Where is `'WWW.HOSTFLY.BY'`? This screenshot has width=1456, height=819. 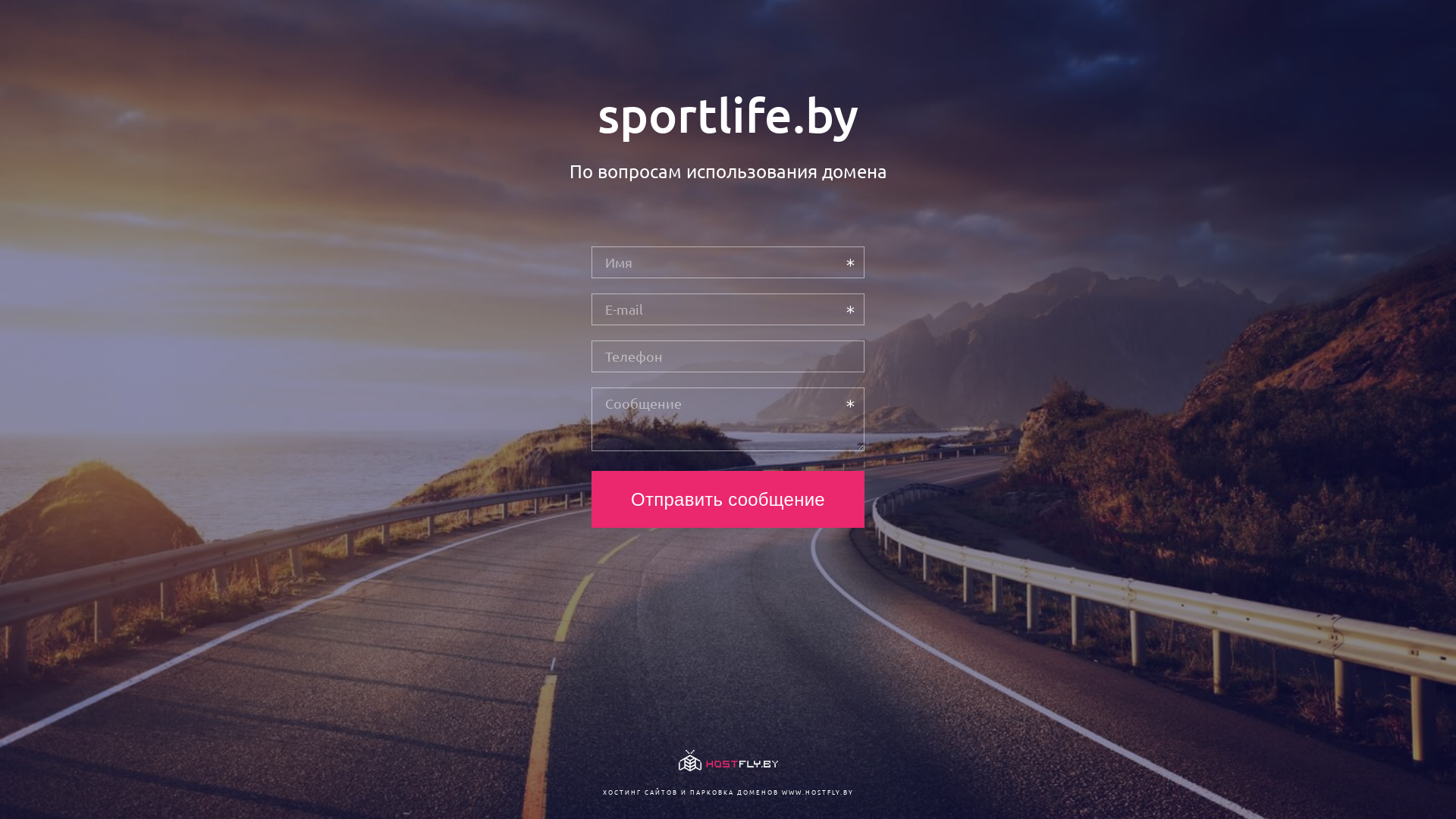
'WWW.HOSTFLY.BY' is located at coordinates (781, 791).